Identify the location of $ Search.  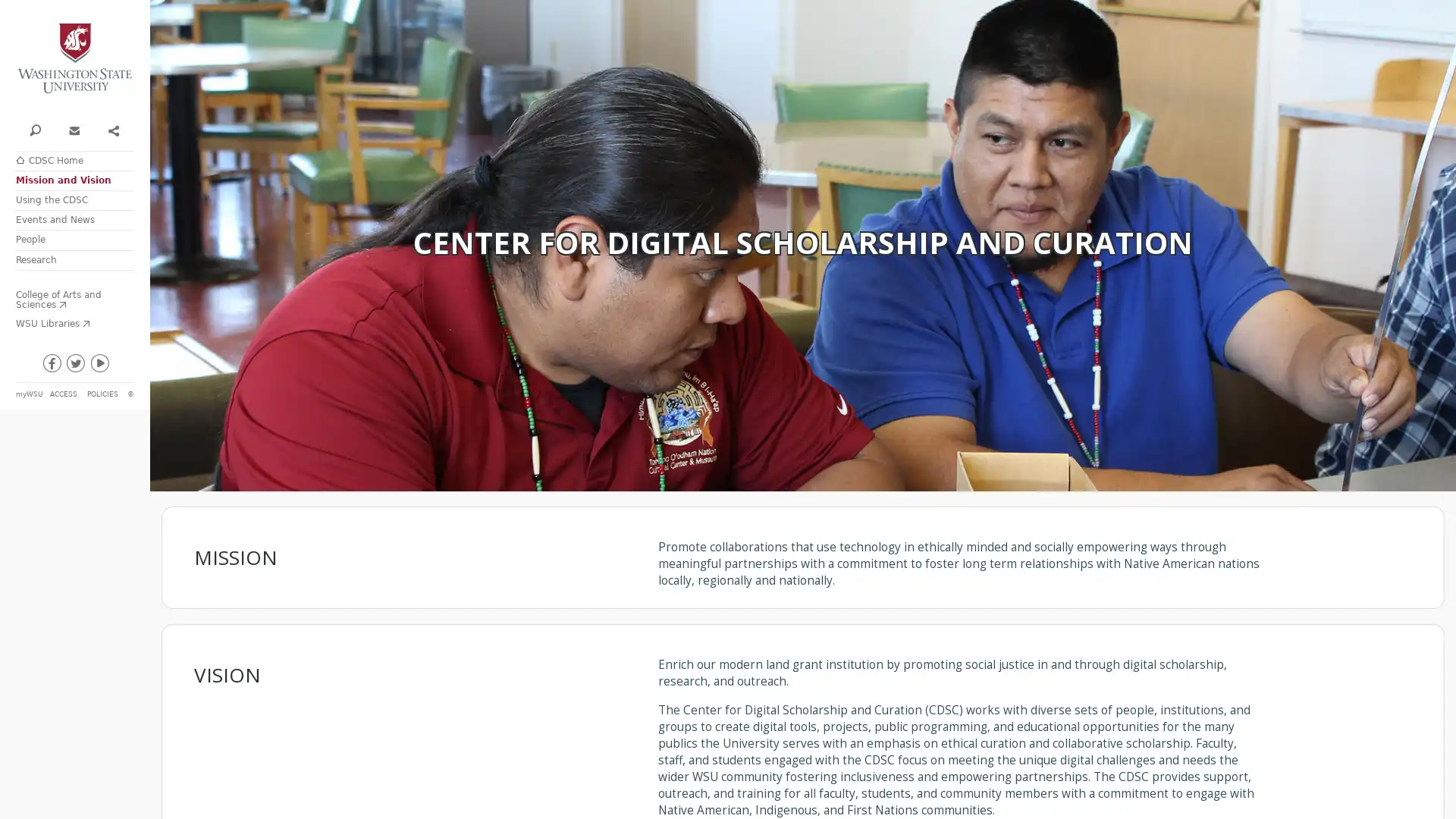
(35, 128).